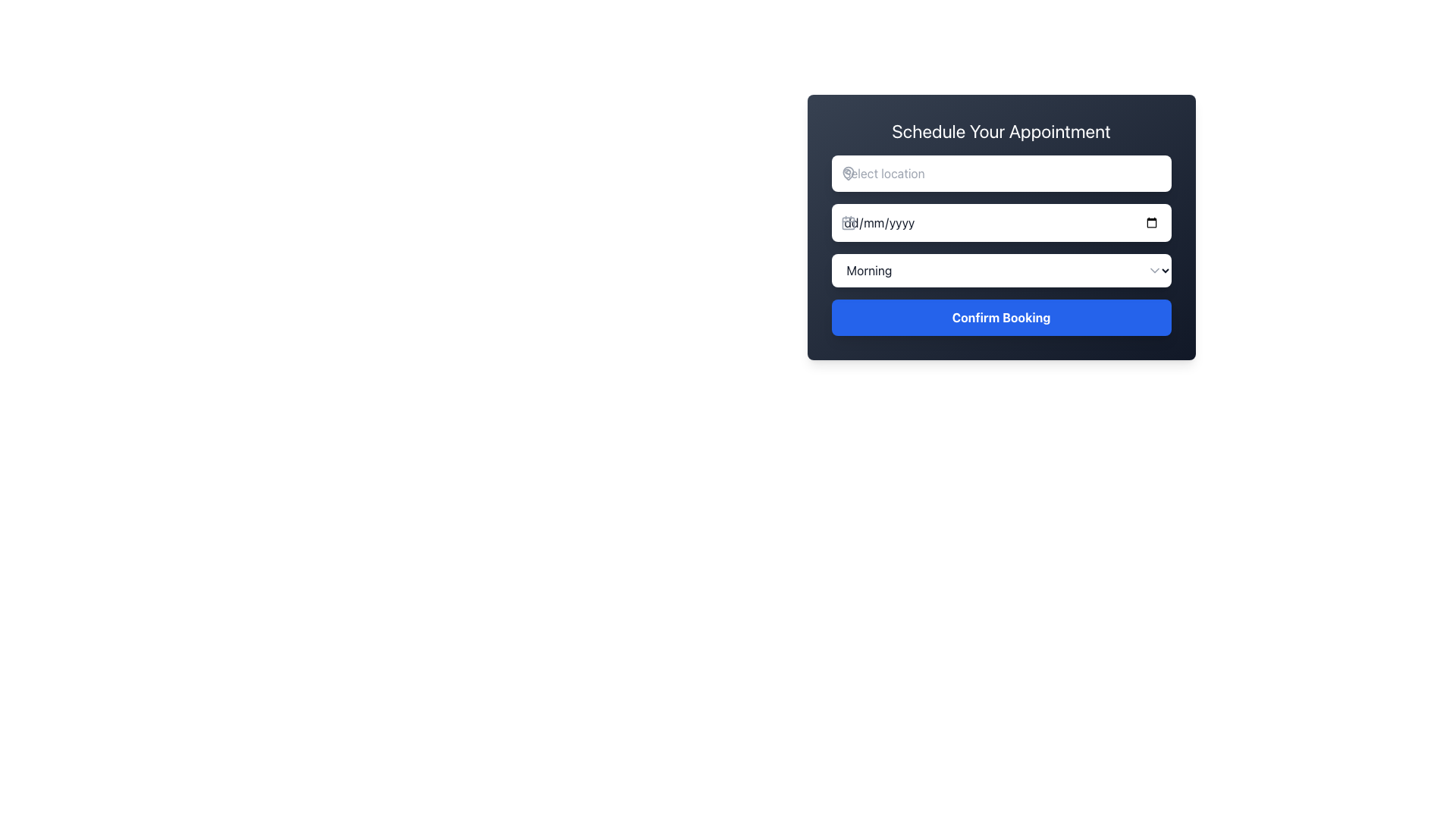  Describe the element at coordinates (1001, 317) in the screenshot. I see `the 'Confirm Booking' button, which is a rectangular button with a vibrant blue background and bold white text, located at the bottom of the layout` at that location.